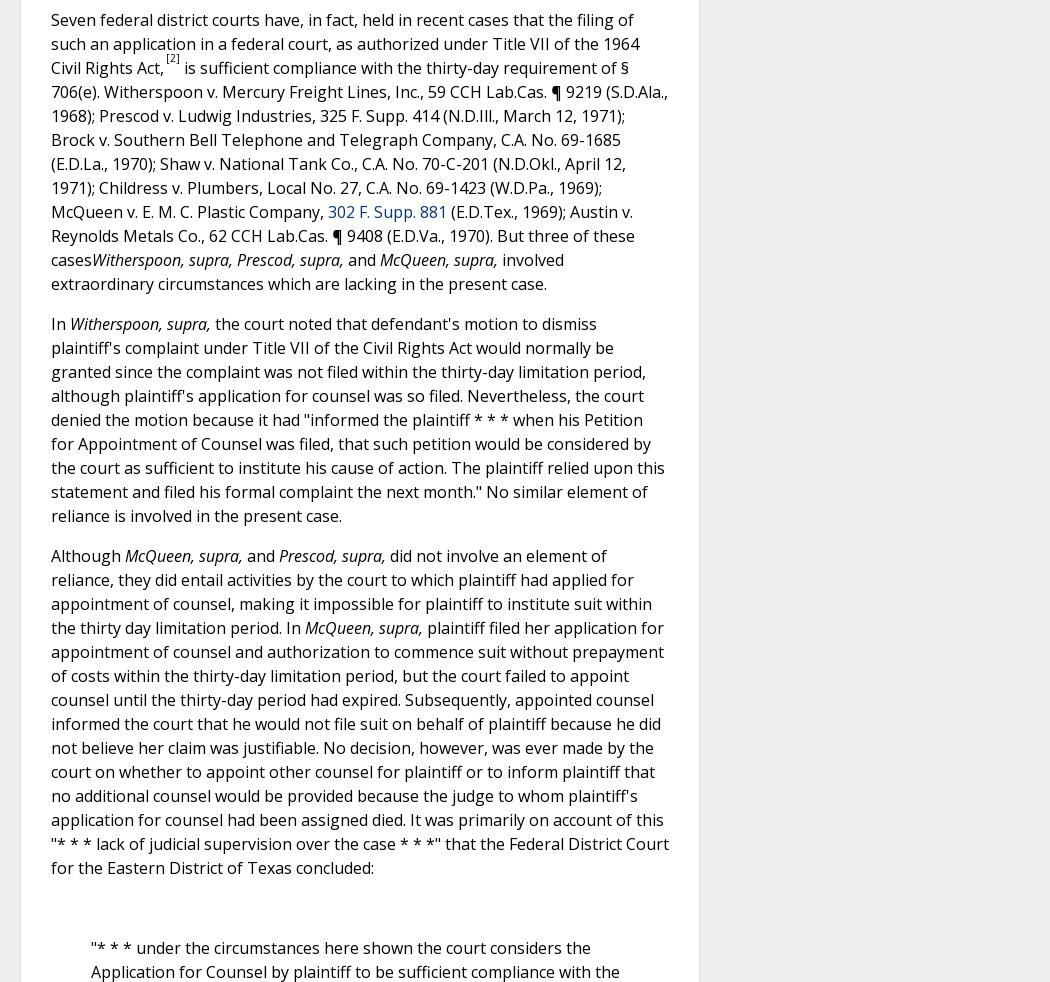 The image size is (1050, 982). What do you see at coordinates (358, 137) in the screenshot?
I see `'is sufficient compliance with the thirty-day requirement of § 706(e). Witherspoon v. Mercury Freight Lines, Inc., 59 CCH Lab.Cas. ¶ 9219 (S.D.Ala., 1968); Prescod v. Ludwig Industries, 325 F. Supp. 414 (N.D.Ill., March 12, 1971); Brock v. Southern Bell Telephone and Telegraph Company, C.A. No. 69-1685 (E.D.La., 1970); Shaw v. National Tank Co., C.A. No. 70-C-201 (N.D.Okl., April 12, 1971); Childress v. Plumbers, Local No. 27, C.A. No. 69-1423 (W.D.Pa., 1969); McQueen v. E. M. C. Plastic Company,'` at bounding box center [358, 137].